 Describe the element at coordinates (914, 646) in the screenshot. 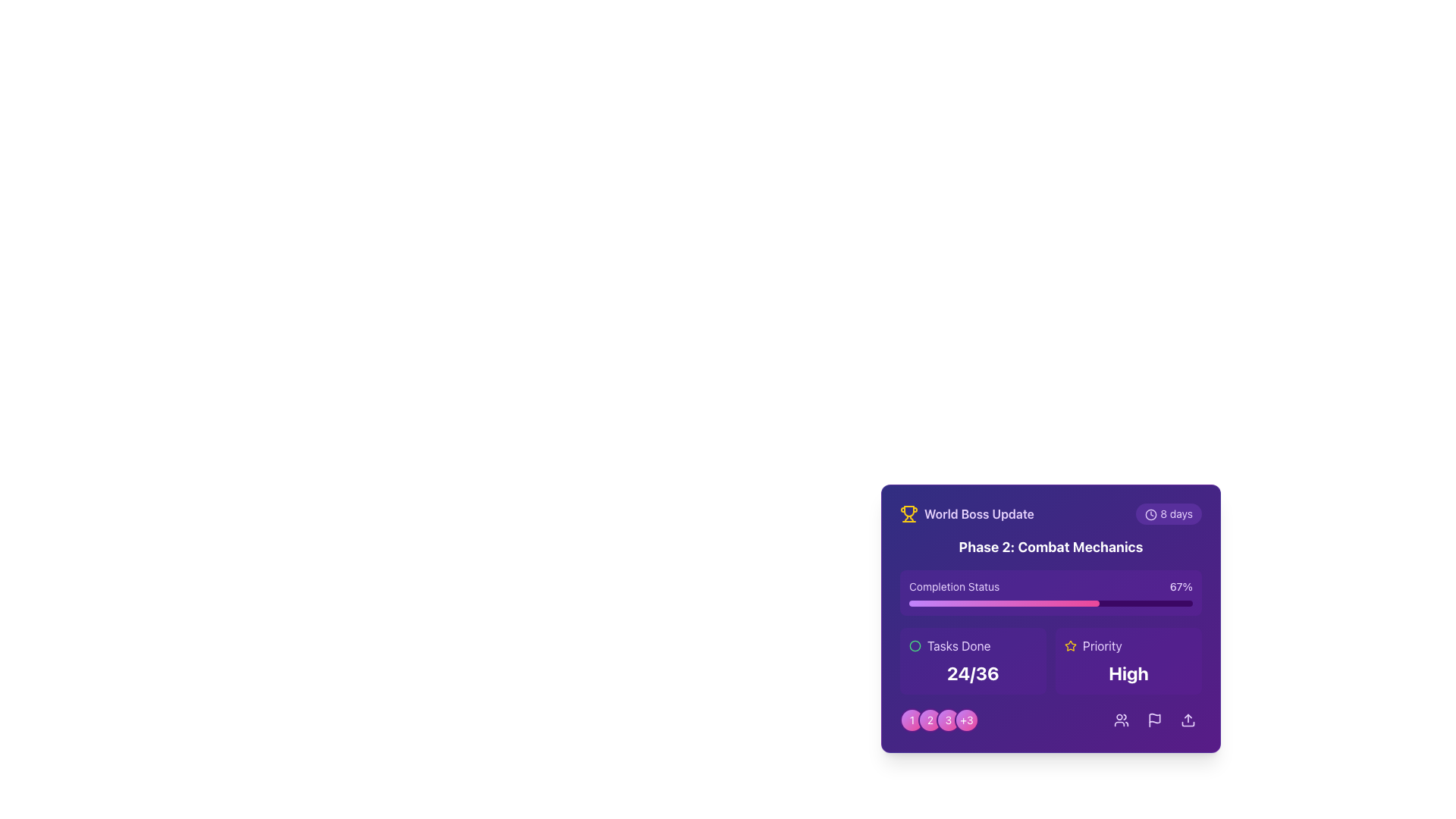

I see `the status indicator icon located at the bottom-right area of the UI card to interact` at that location.